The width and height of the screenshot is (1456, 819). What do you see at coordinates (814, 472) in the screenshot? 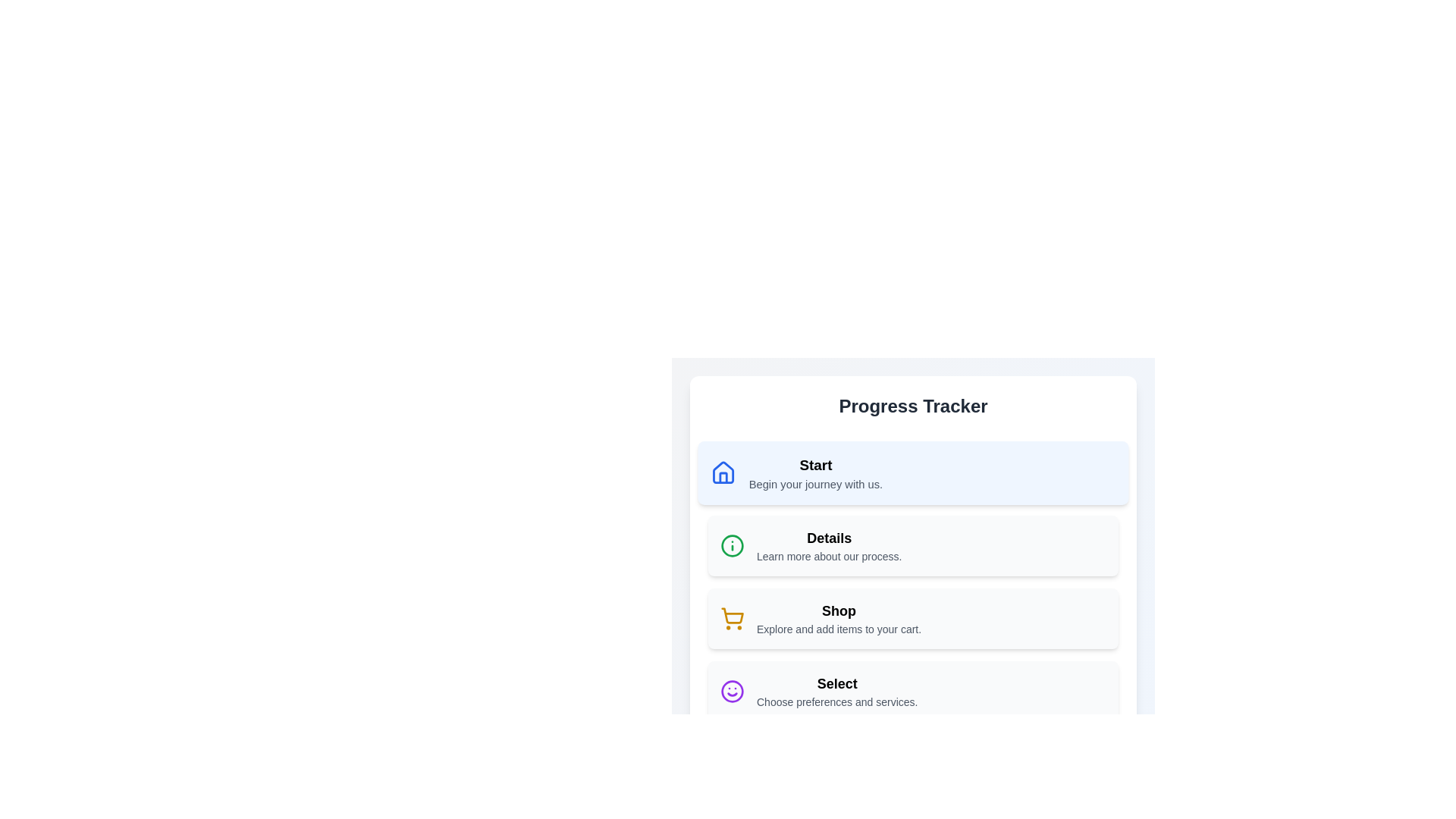
I see `text 'Start' and 'Begin your journey with us.' from the Text element in the first panel of the Progress Tracker section to understand its purpose` at bounding box center [814, 472].